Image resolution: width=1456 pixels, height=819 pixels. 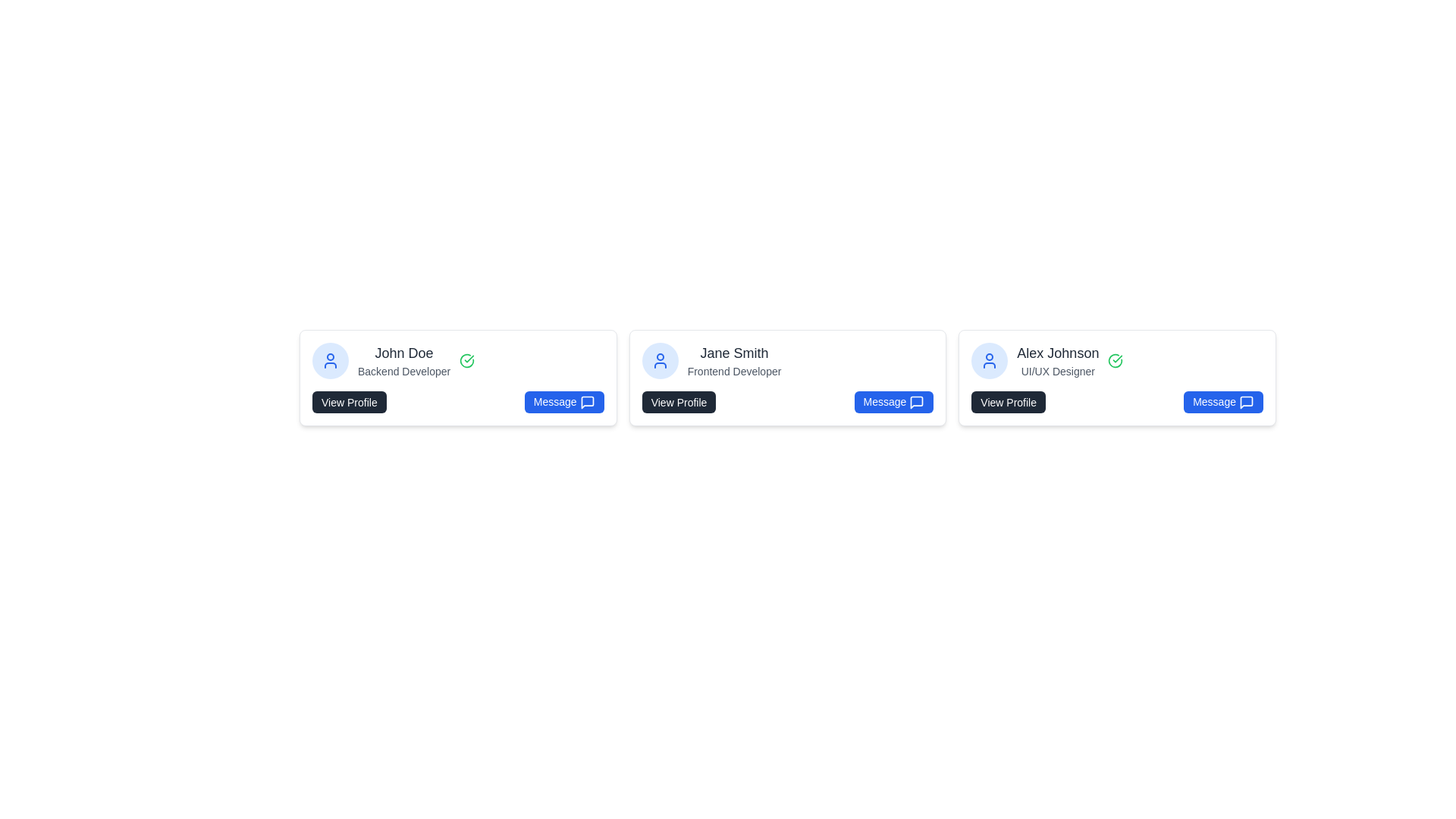 What do you see at coordinates (457, 360) in the screenshot?
I see `the user profile snippet for 'John Doe', which includes a verification icon` at bounding box center [457, 360].